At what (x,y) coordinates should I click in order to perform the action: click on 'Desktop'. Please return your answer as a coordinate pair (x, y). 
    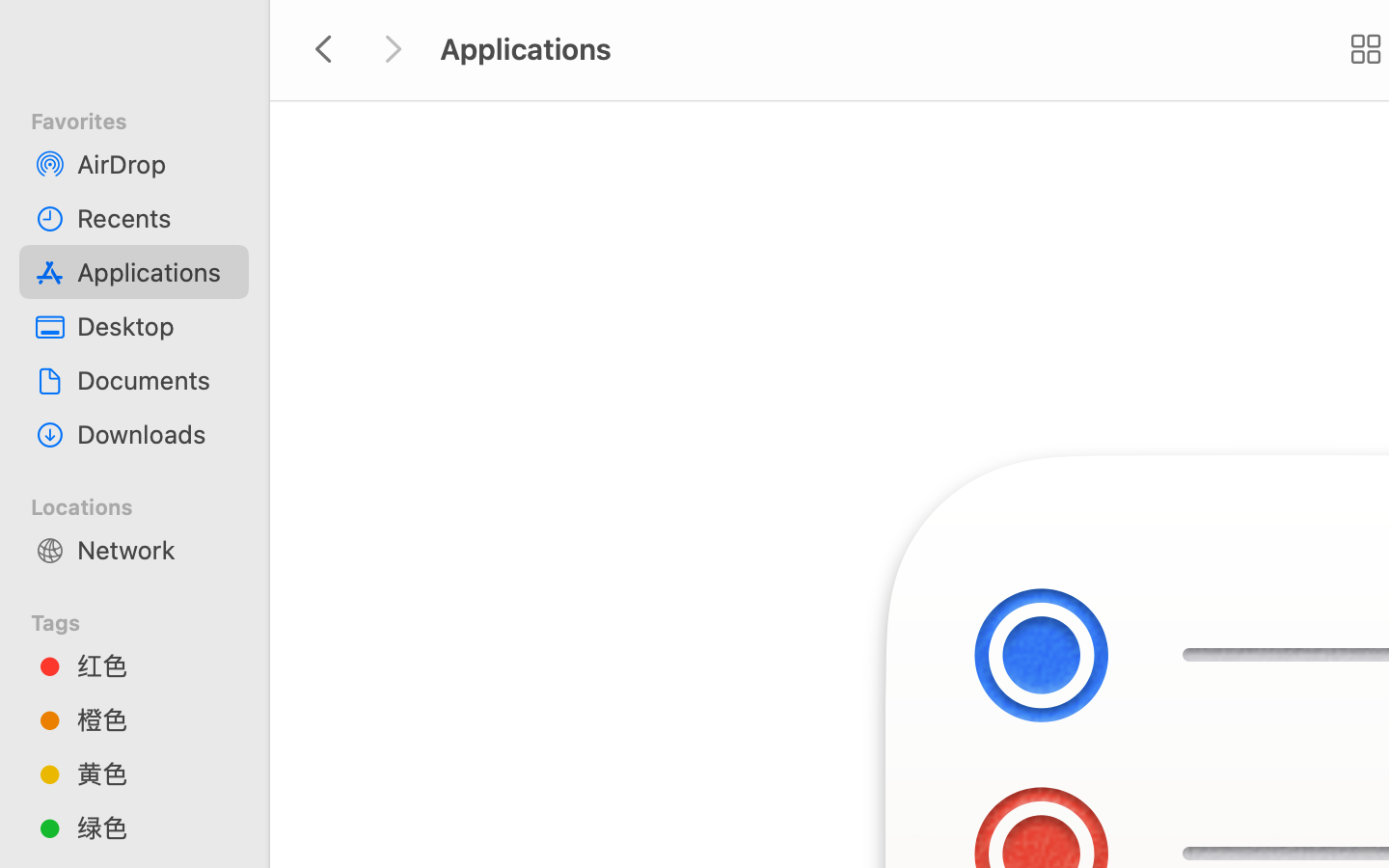
    Looking at the image, I should click on (153, 326).